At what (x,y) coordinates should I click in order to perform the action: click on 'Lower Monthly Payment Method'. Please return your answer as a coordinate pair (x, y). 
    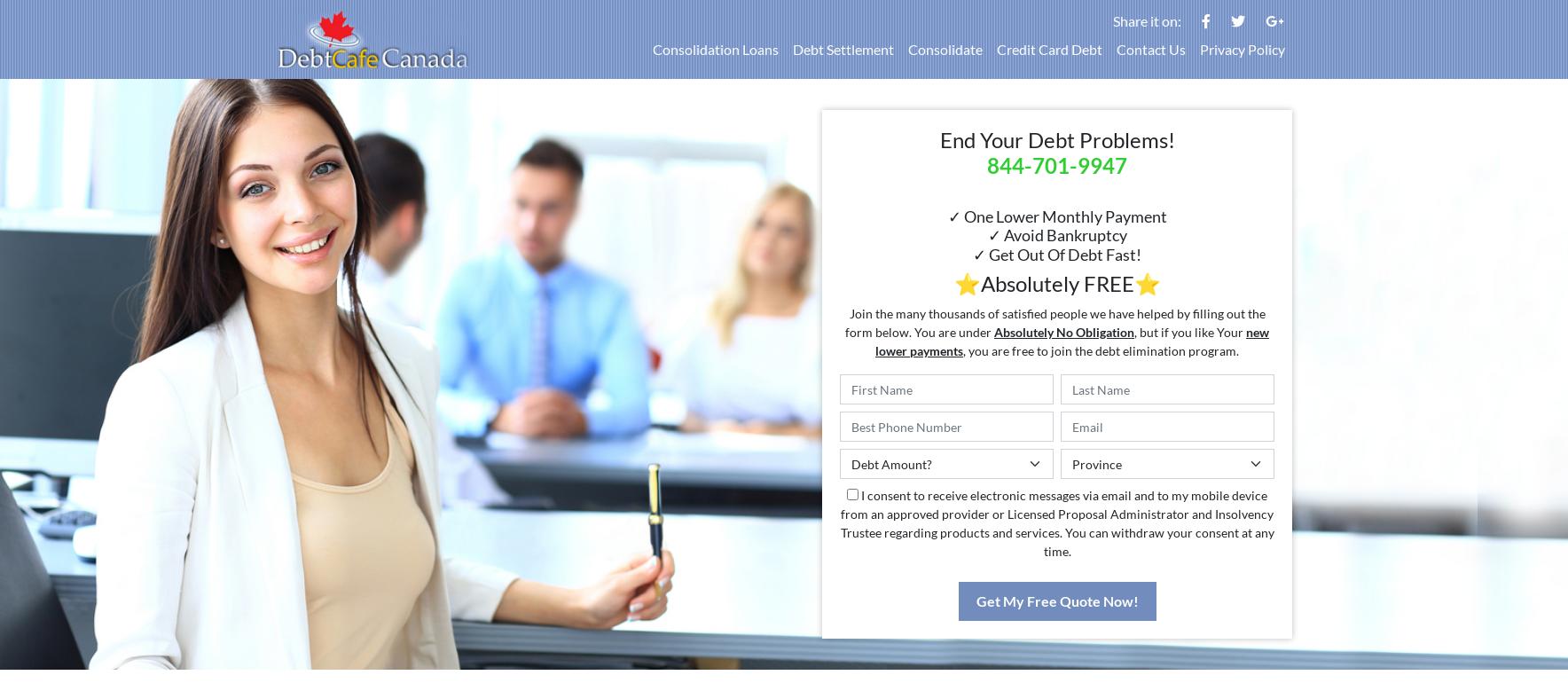
    Looking at the image, I should click on (868, 628).